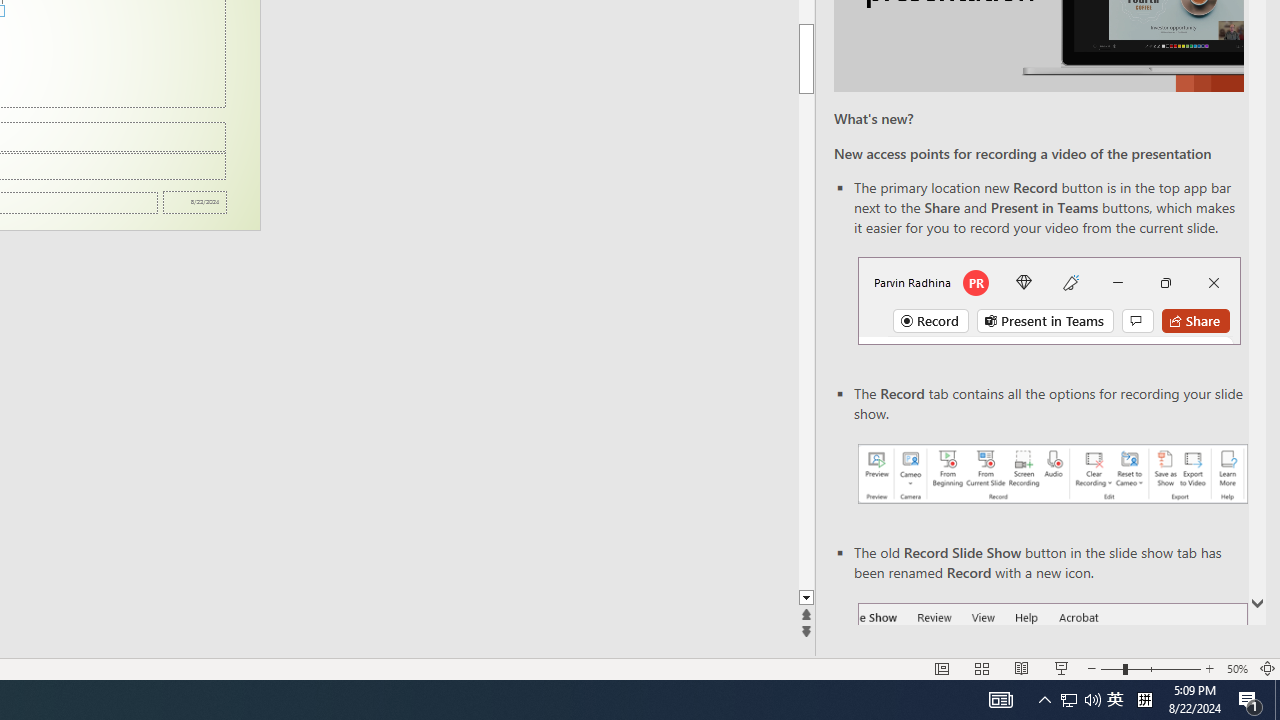 The image size is (1280, 720). What do you see at coordinates (1048, 300) in the screenshot?
I see `'Record button in top bar'` at bounding box center [1048, 300].